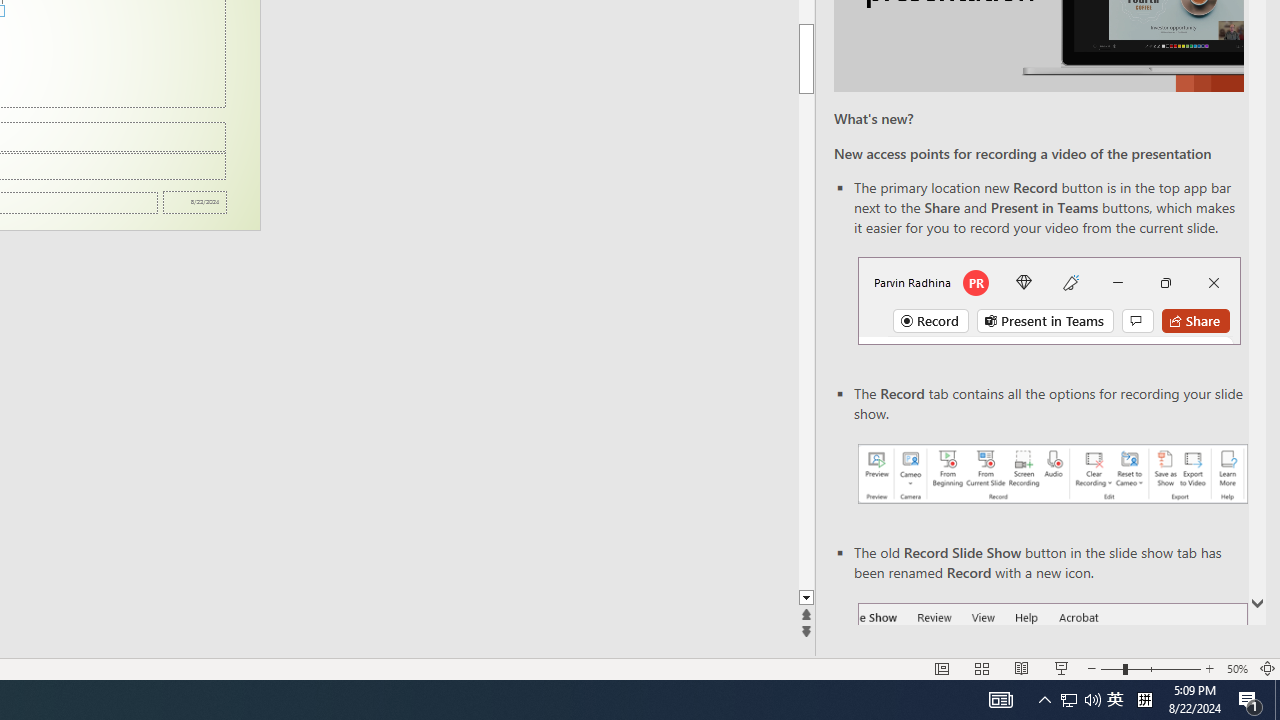 The image size is (1280, 720). What do you see at coordinates (1048, 300) in the screenshot?
I see `'Record button in top bar'` at bounding box center [1048, 300].